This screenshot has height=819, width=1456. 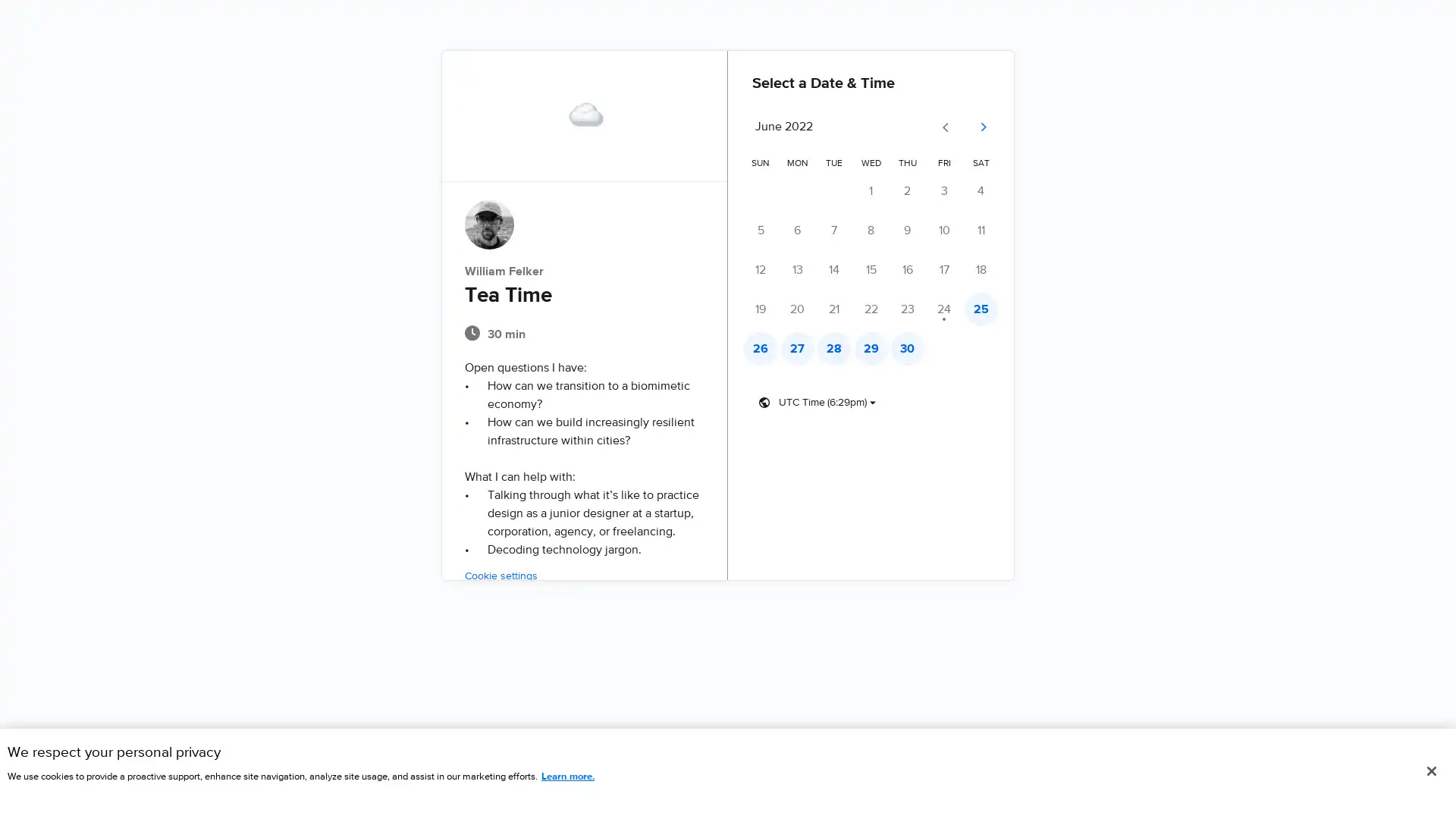 What do you see at coordinates (917, 348) in the screenshot?
I see `Thursday, June 30 - Times available` at bounding box center [917, 348].